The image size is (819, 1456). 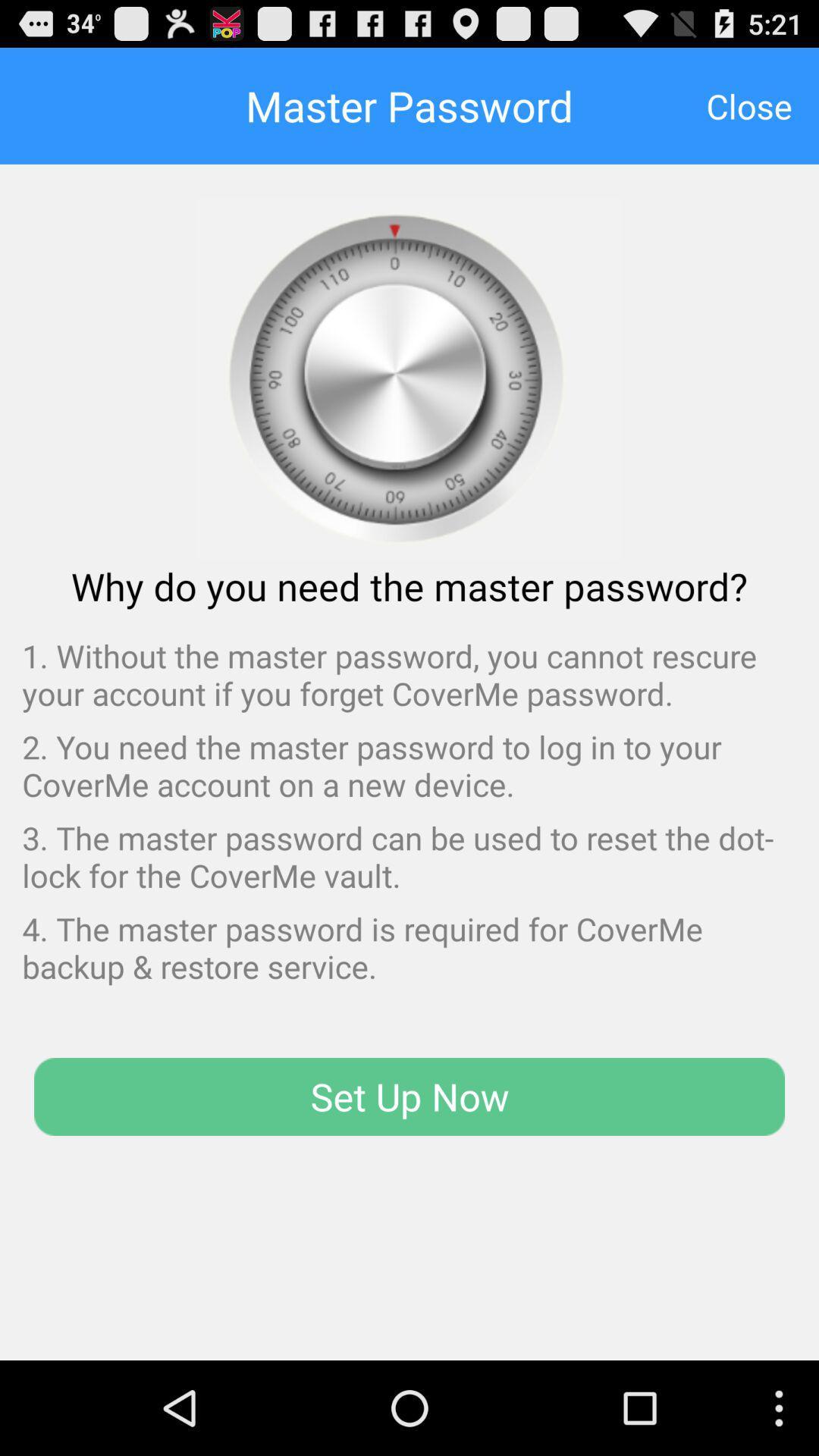 I want to click on close icon, so click(x=748, y=105).